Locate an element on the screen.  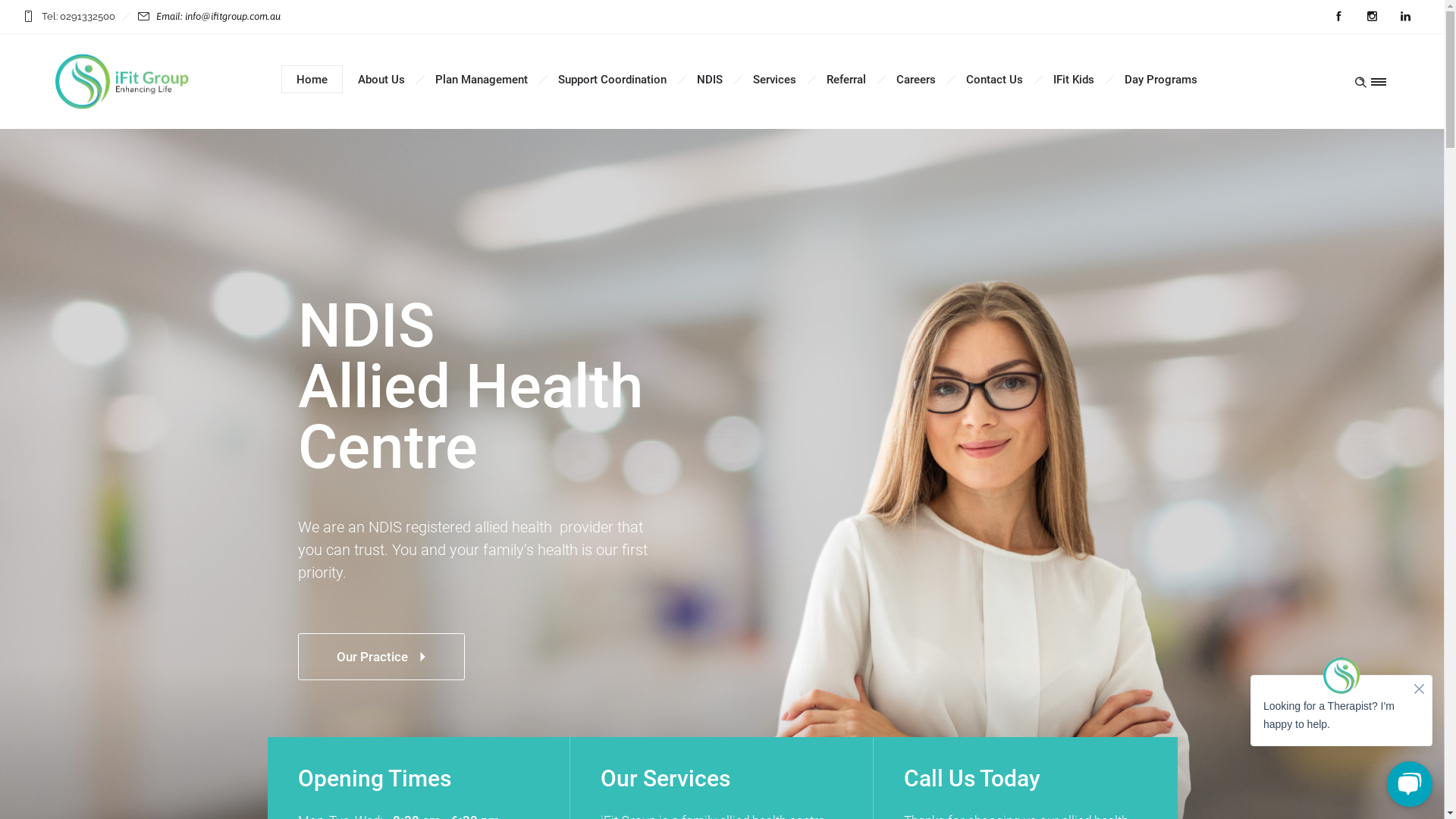
'Day Programs' is located at coordinates (1160, 79).